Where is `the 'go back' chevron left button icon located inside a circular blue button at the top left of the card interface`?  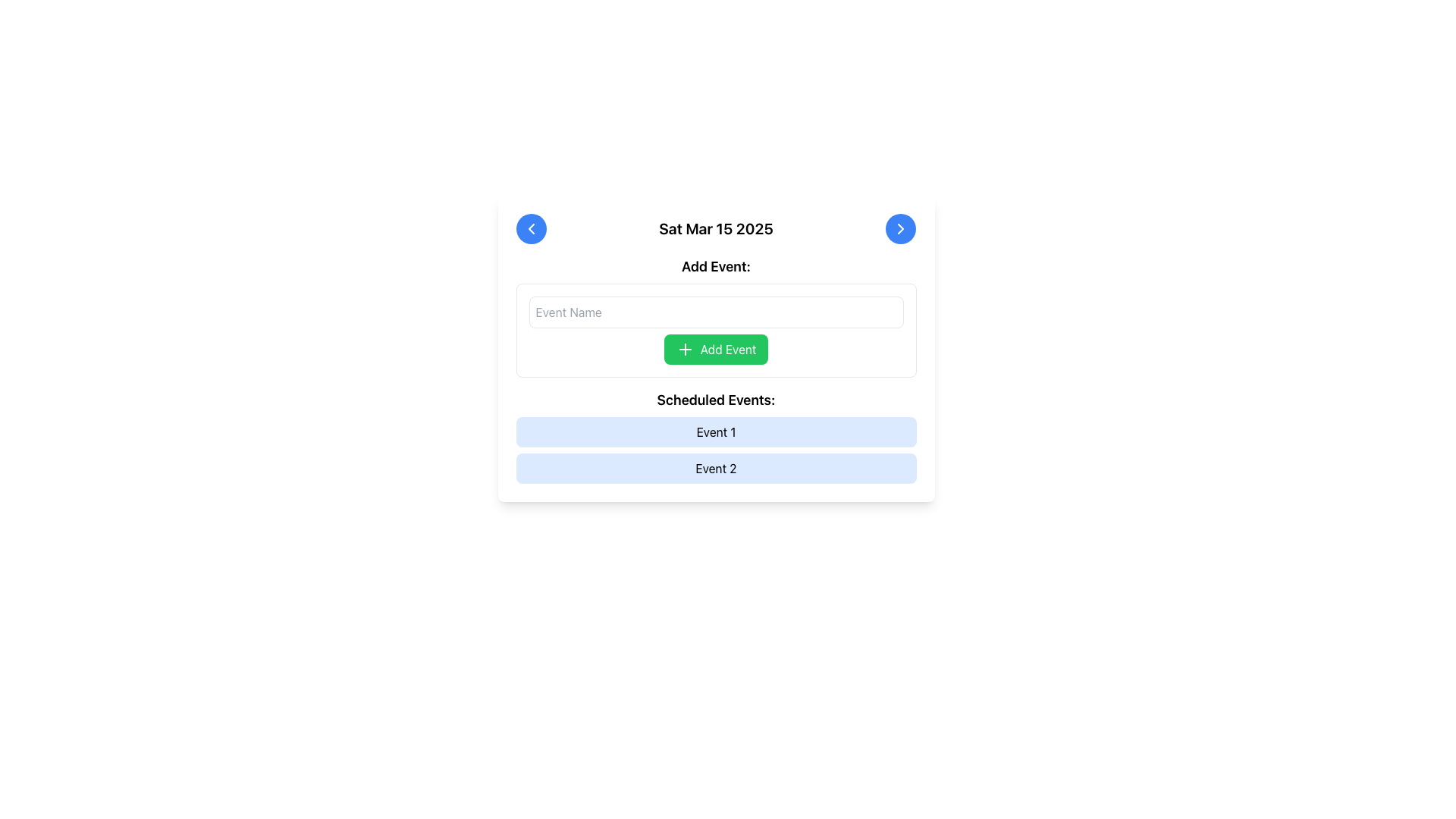 the 'go back' chevron left button icon located inside a circular blue button at the top left of the card interface is located at coordinates (531, 228).